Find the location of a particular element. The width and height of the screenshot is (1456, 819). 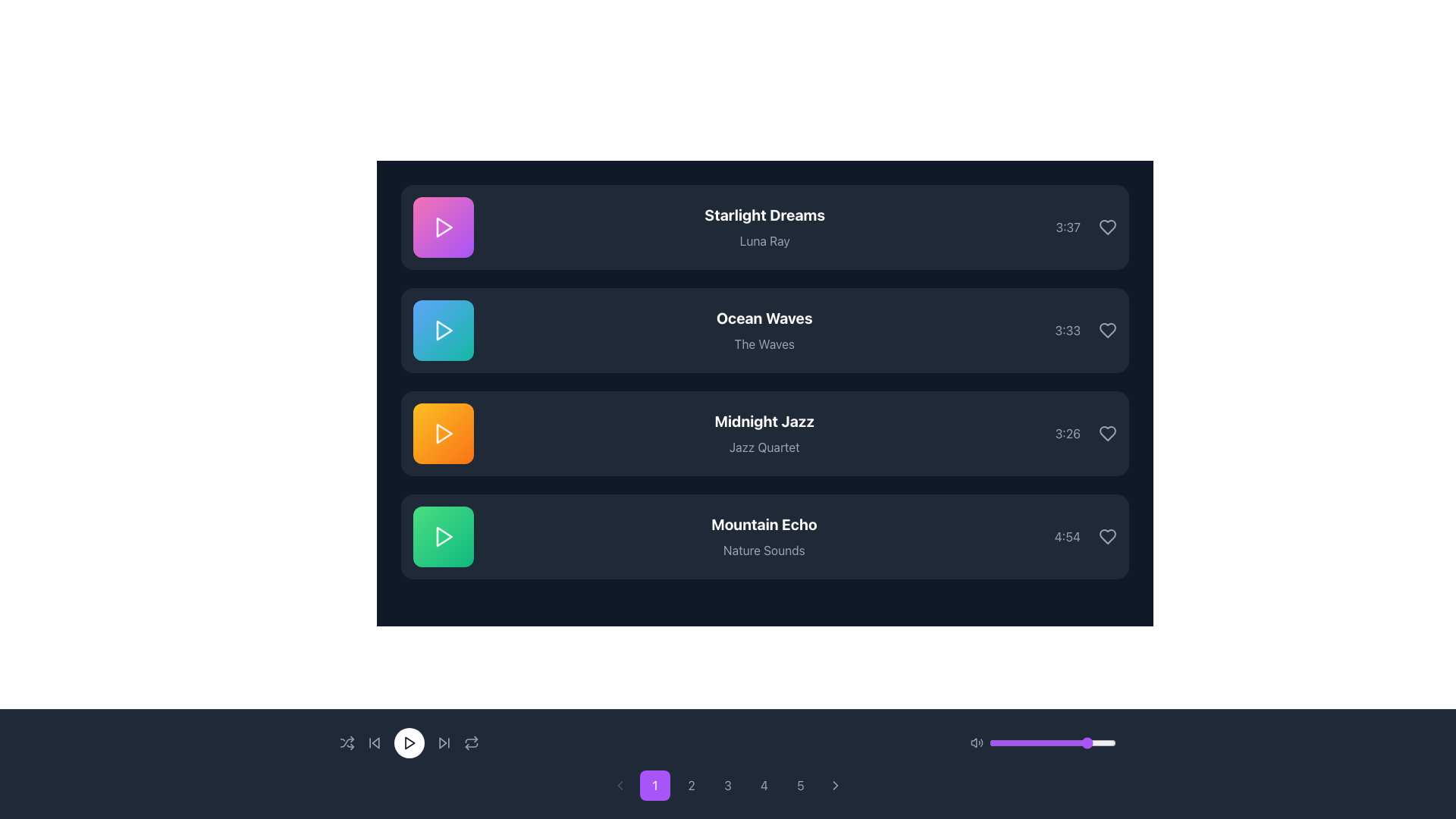

the 'Skip Forward' icon button, which is represented by two right-pointing triangles followed by a vertical line, located in the bottom control section of the media player interface is located at coordinates (443, 742).